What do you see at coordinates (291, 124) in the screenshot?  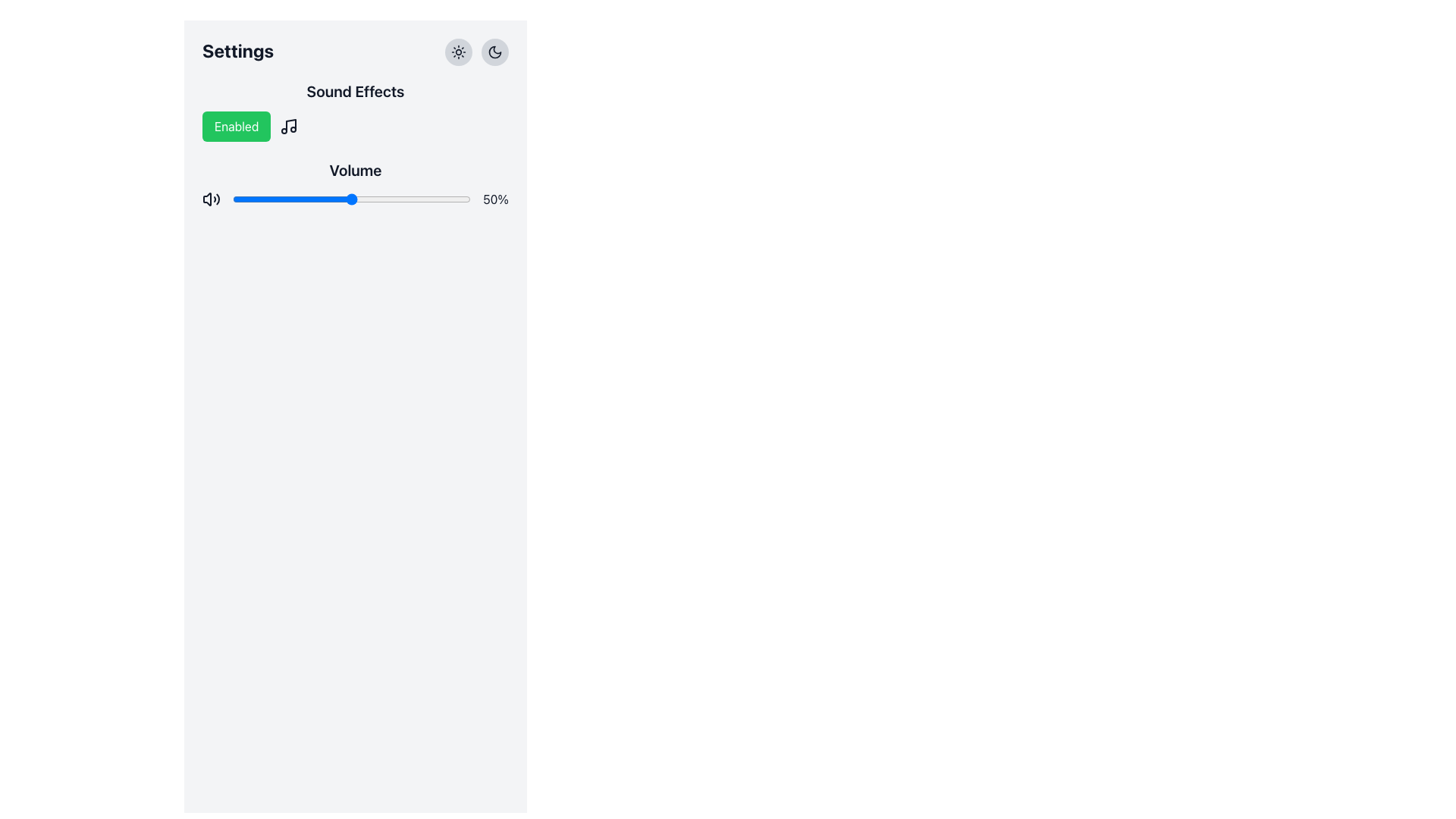 I see `the vertical line of the musical note icon located next to the text 'Sound Effects', which is part of an SVG representation of a musical note` at bounding box center [291, 124].